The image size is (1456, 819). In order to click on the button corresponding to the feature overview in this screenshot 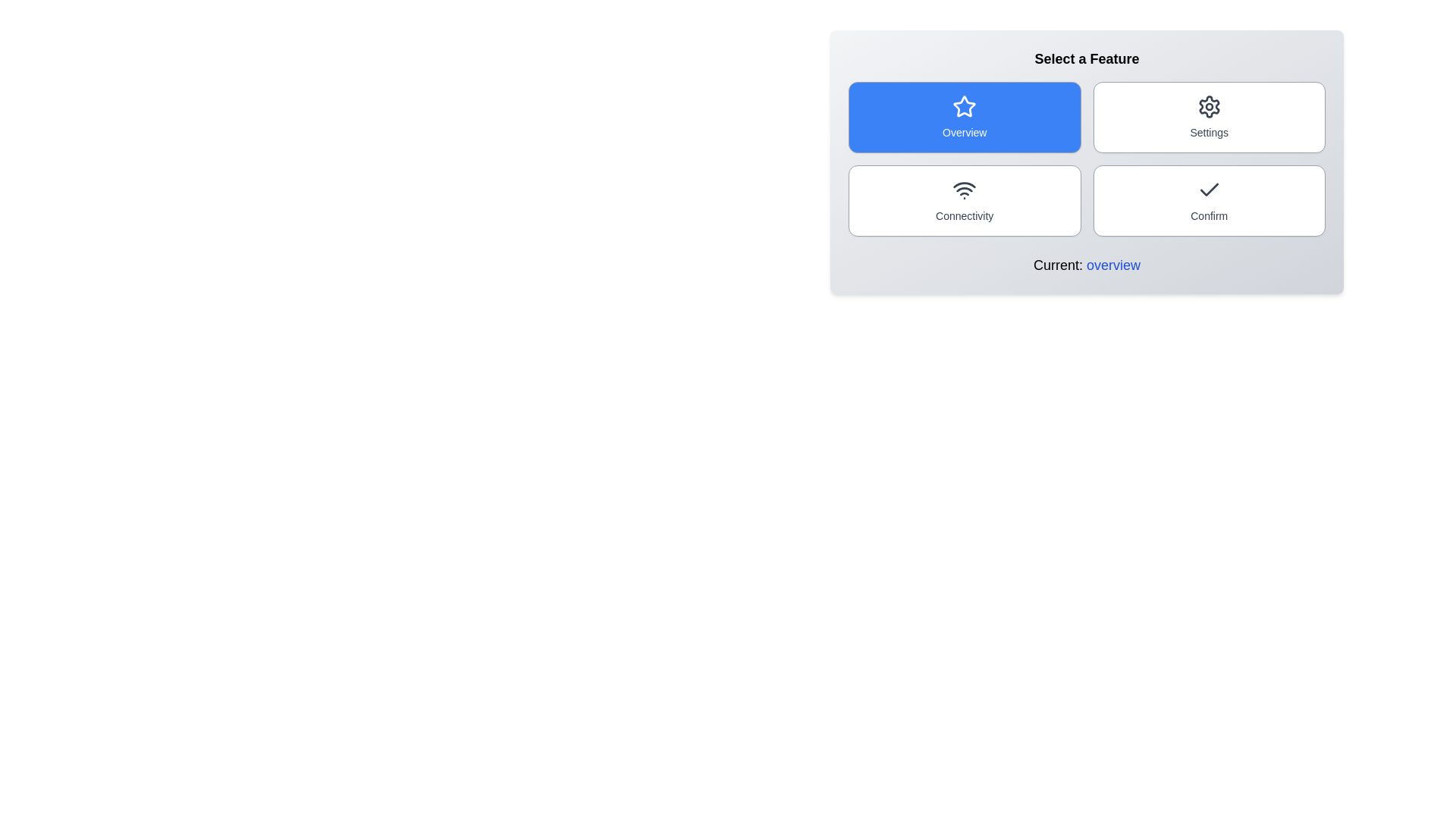, I will do `click(964, 116)`.